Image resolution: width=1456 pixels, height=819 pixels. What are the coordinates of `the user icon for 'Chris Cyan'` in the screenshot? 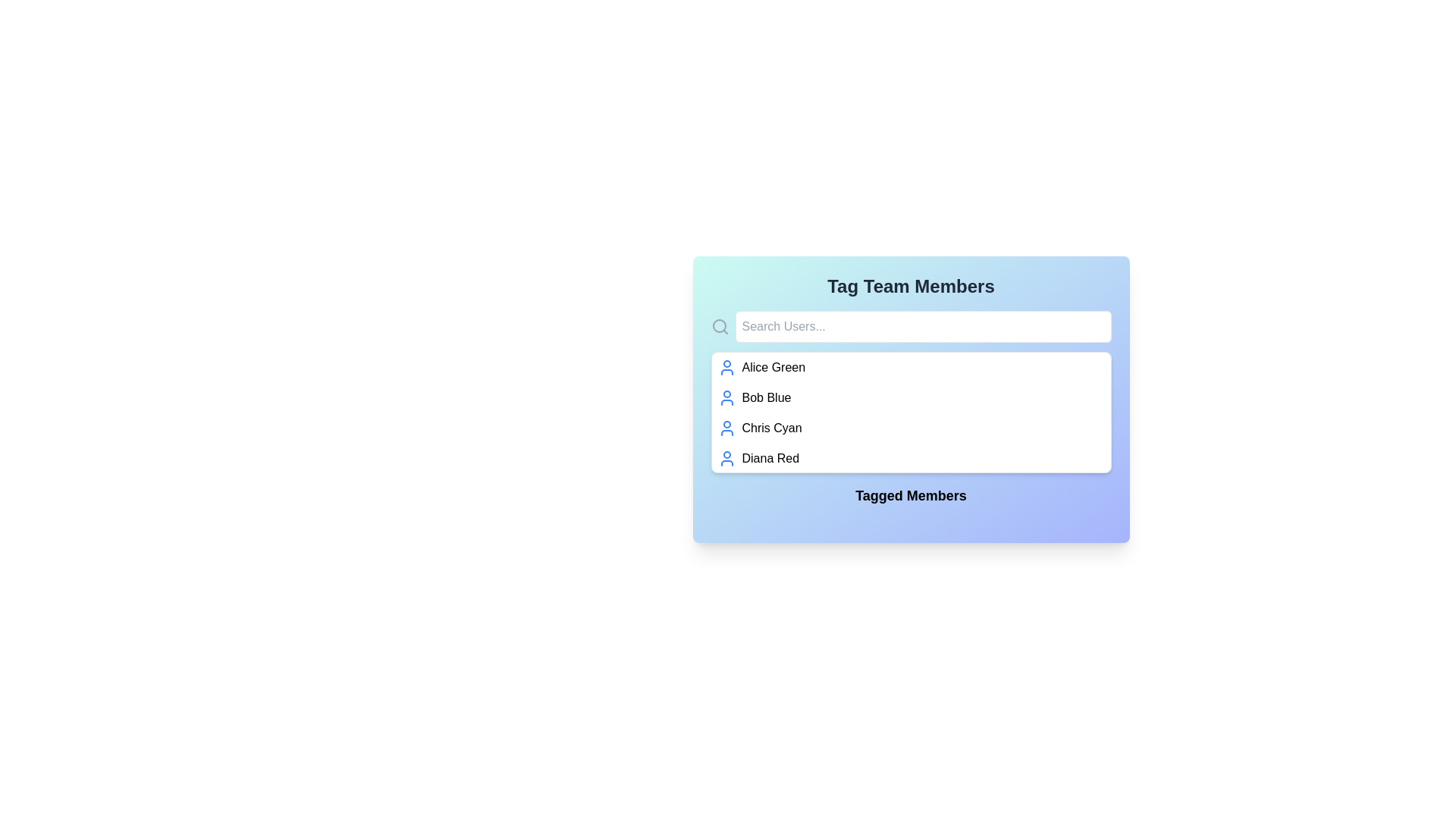 It's located at (726, 428).